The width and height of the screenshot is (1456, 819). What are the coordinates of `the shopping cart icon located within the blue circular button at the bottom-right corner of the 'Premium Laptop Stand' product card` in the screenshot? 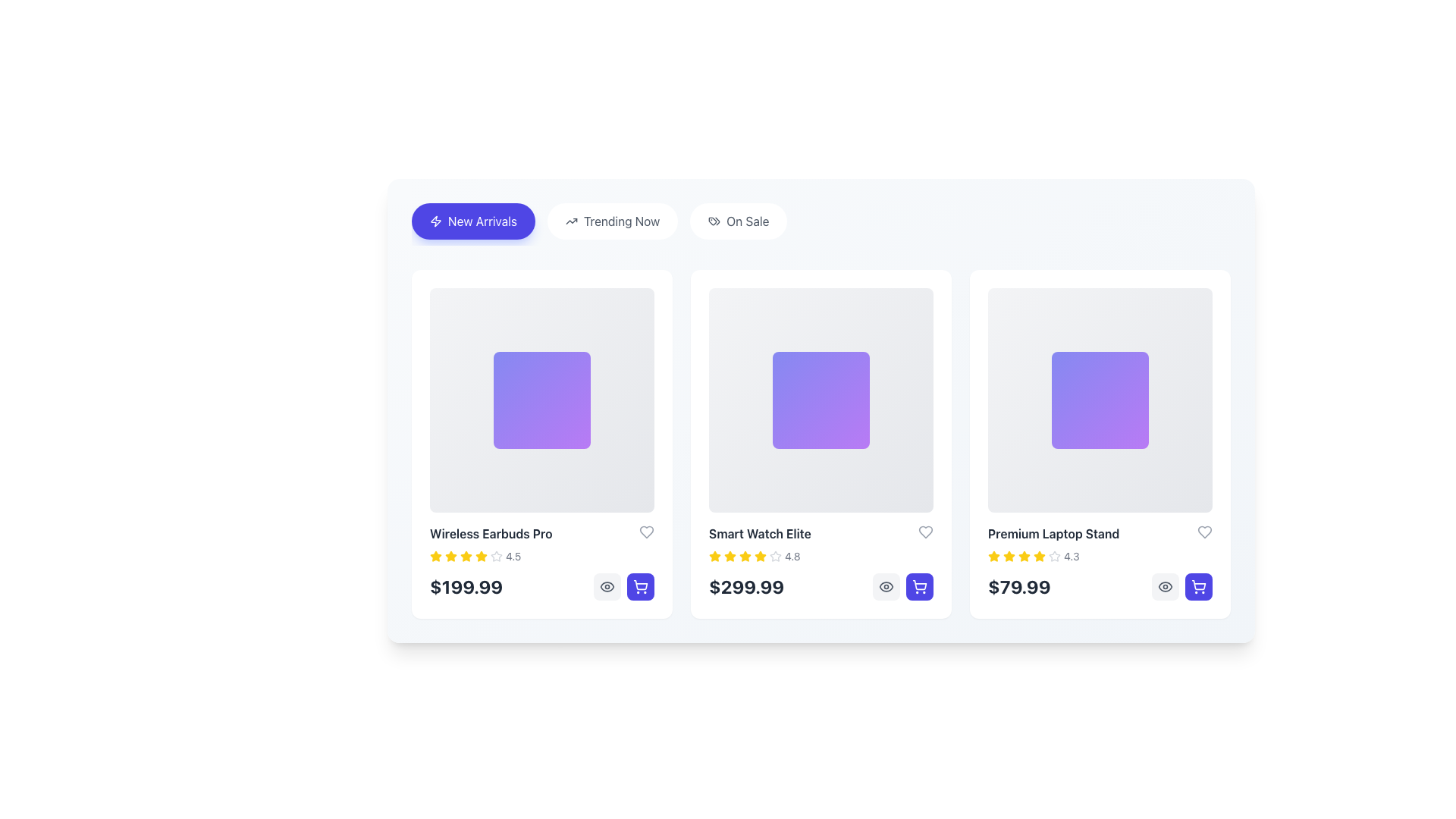 It's located at (919, 584).